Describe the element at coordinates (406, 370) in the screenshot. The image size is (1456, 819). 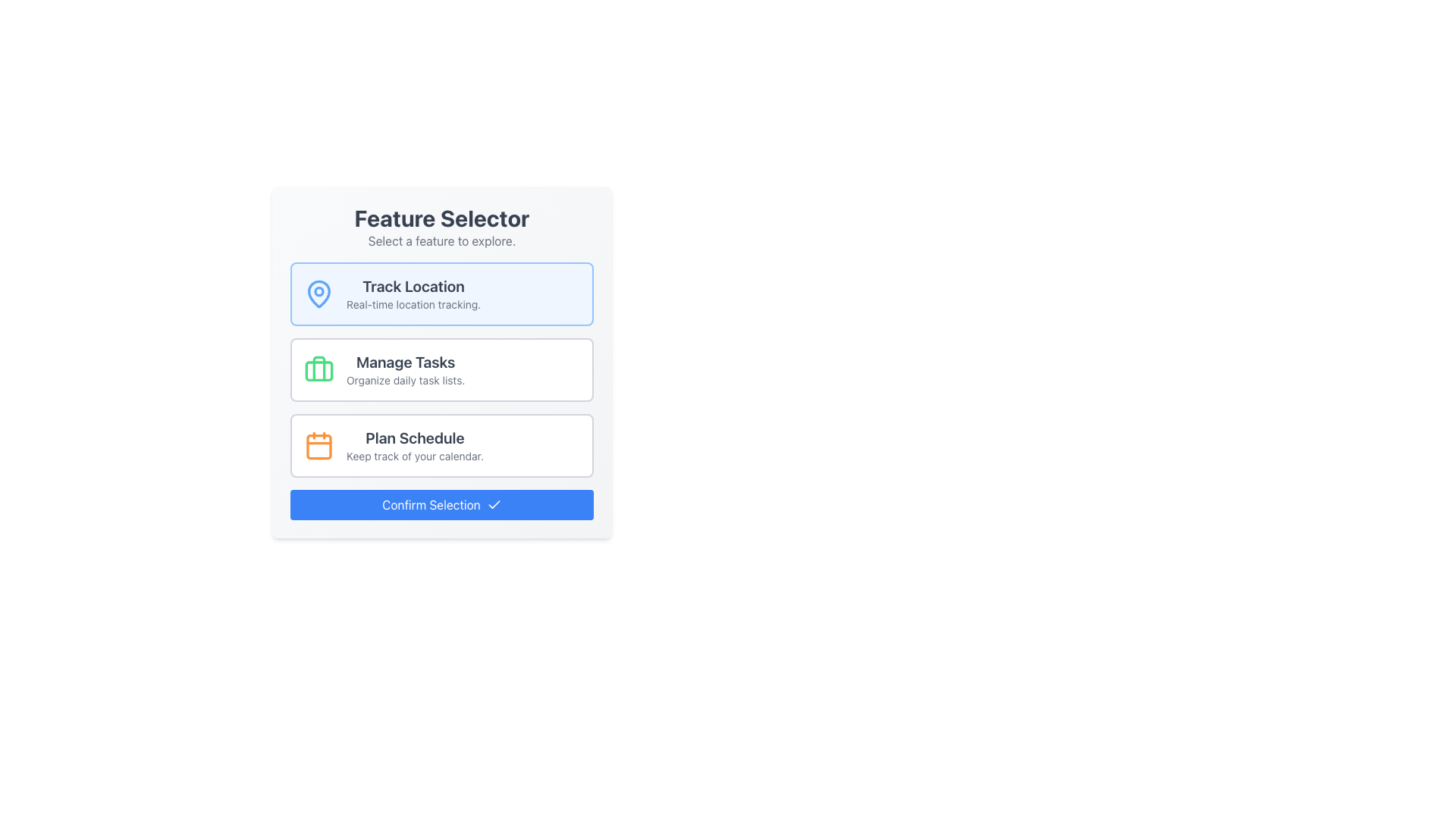
I see `the 'Manage Tasks' text label, which features a bold gray heading and a lighter gray subtext, positioned between 'Track Location' and 'Plan Schedule'` at that location.